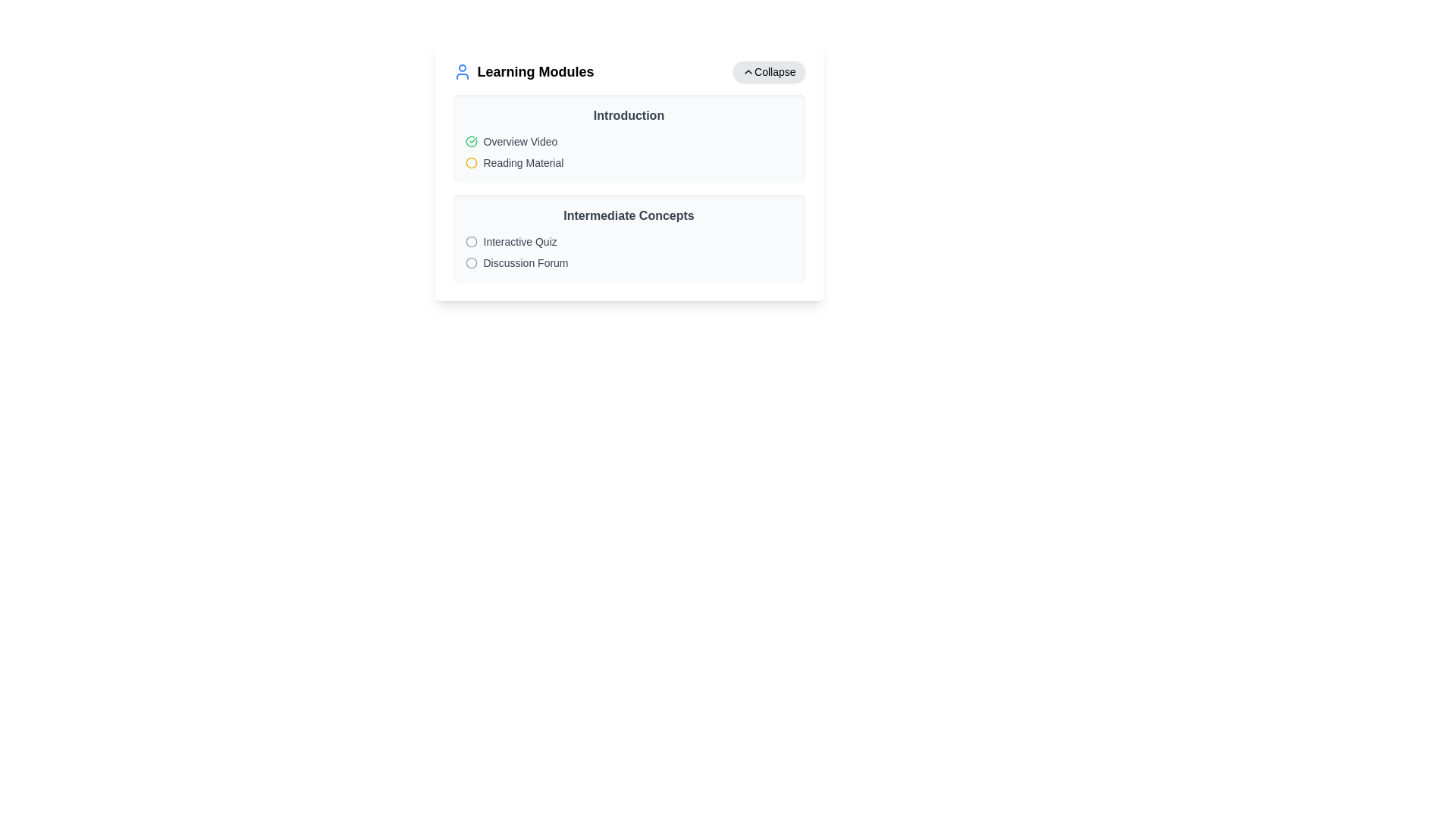 The image size is (1456, 819). I want to click on to select the 'Interactive Quiz' list item, which is the first item under the 'Intermediate Concepts' section, so click(629, 241).